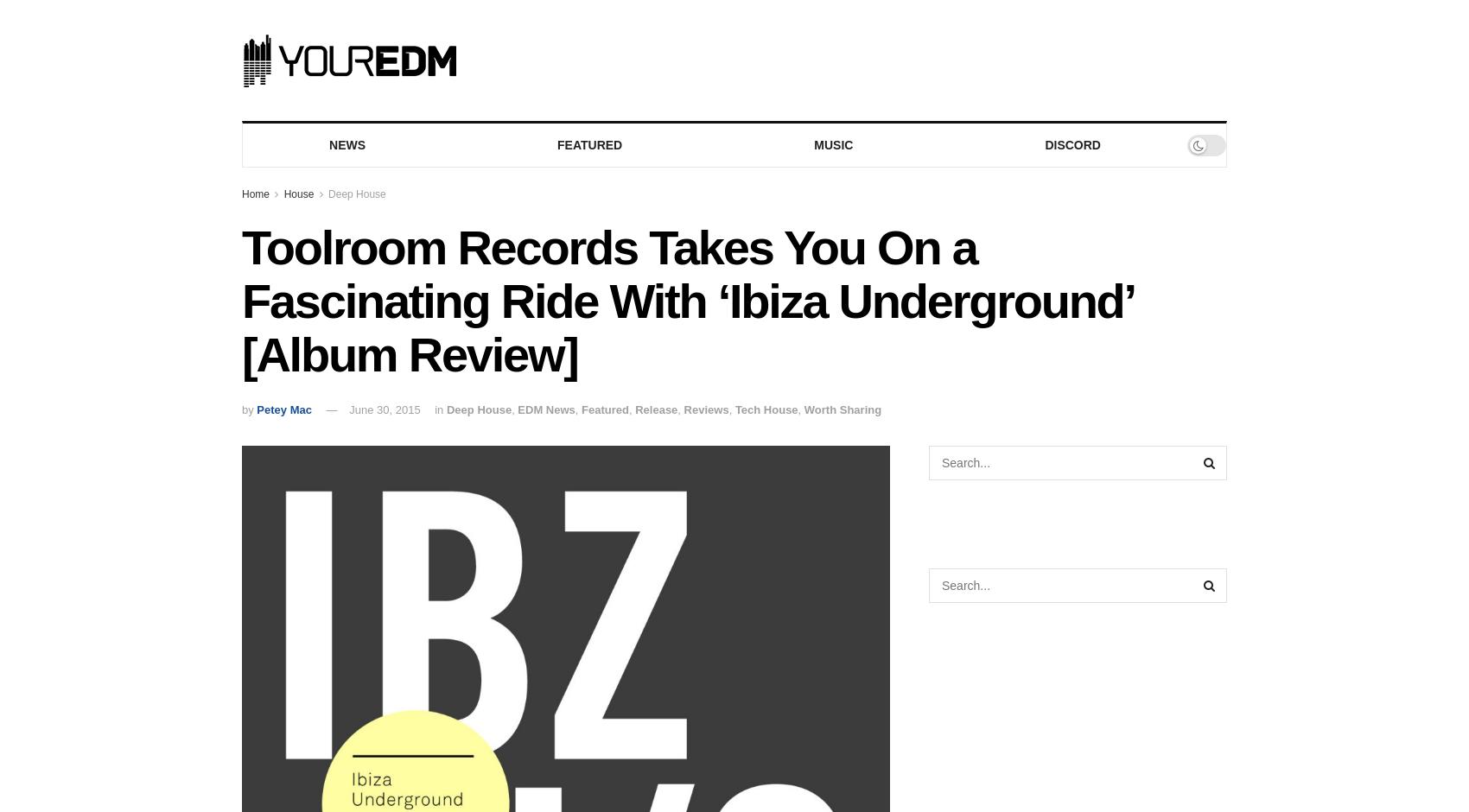  Describe the element at coordinates (766, 409) in the screenshot. I see `'Tech House'` at that location.